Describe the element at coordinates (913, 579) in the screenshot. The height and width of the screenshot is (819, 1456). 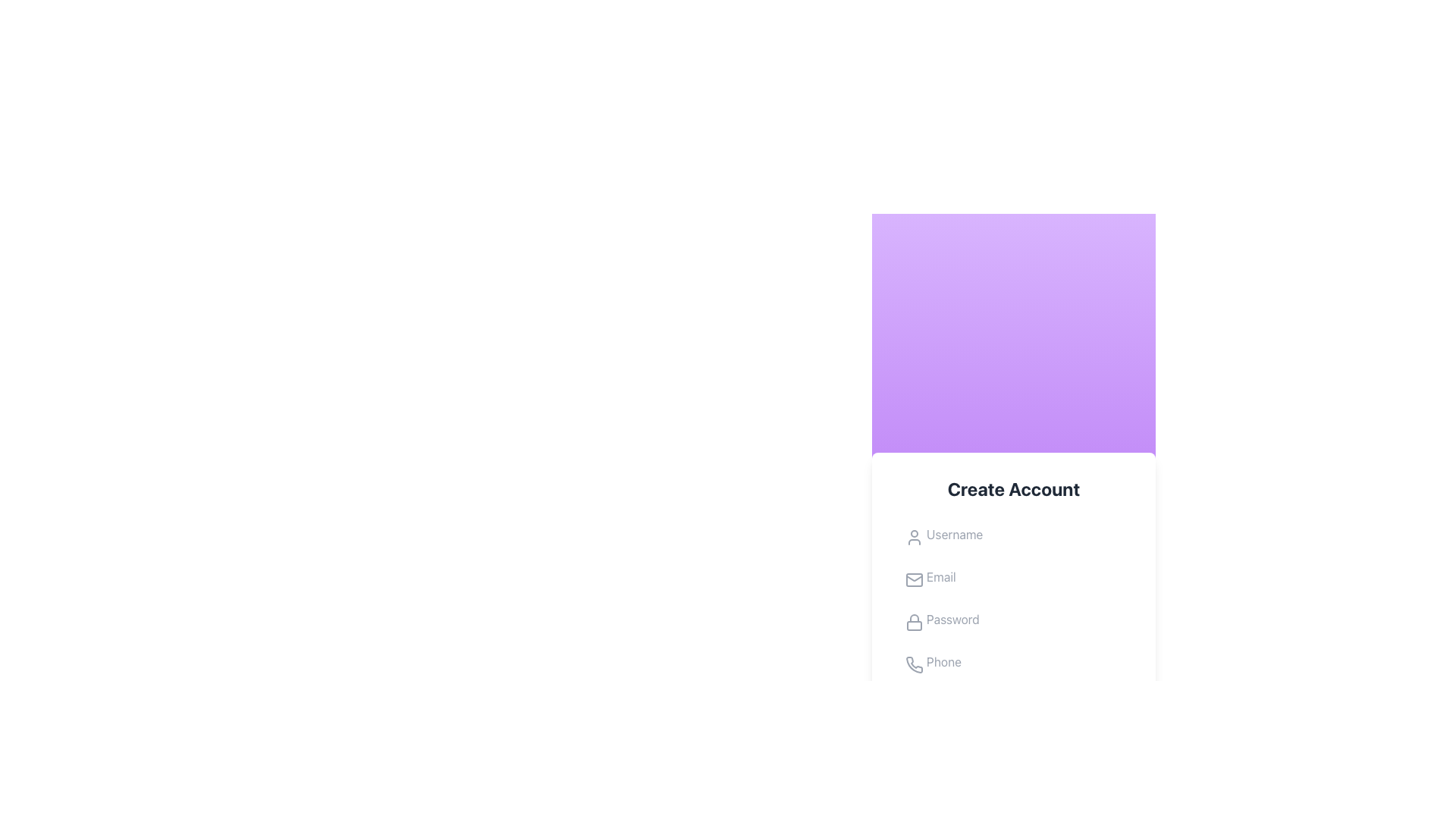
I see `the decorative icon that complements the associated email input field, which is positioned near the top-left corner of the layout and aligns with the 'Email' label text` at that location.